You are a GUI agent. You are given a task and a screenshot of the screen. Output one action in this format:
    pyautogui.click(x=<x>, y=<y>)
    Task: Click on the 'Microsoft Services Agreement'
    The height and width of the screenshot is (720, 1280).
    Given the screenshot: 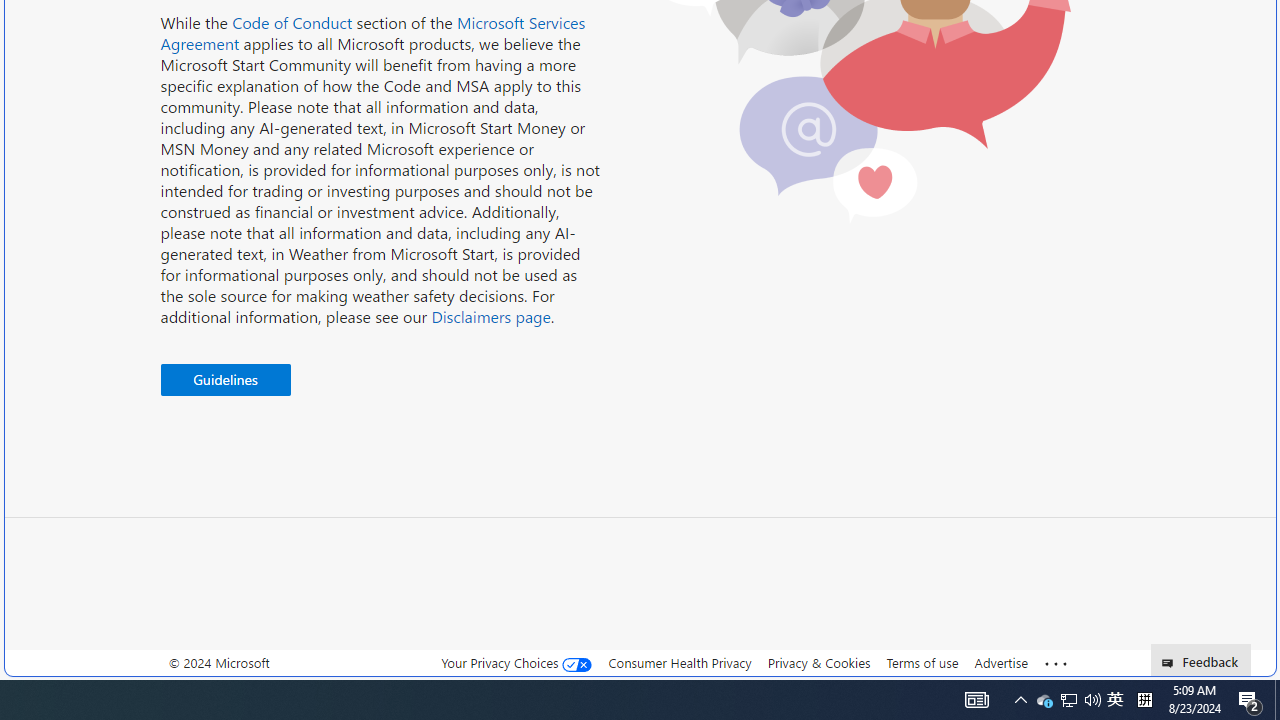 What is the action you would take?
    pyautogui.click(x=373, y=33)
    